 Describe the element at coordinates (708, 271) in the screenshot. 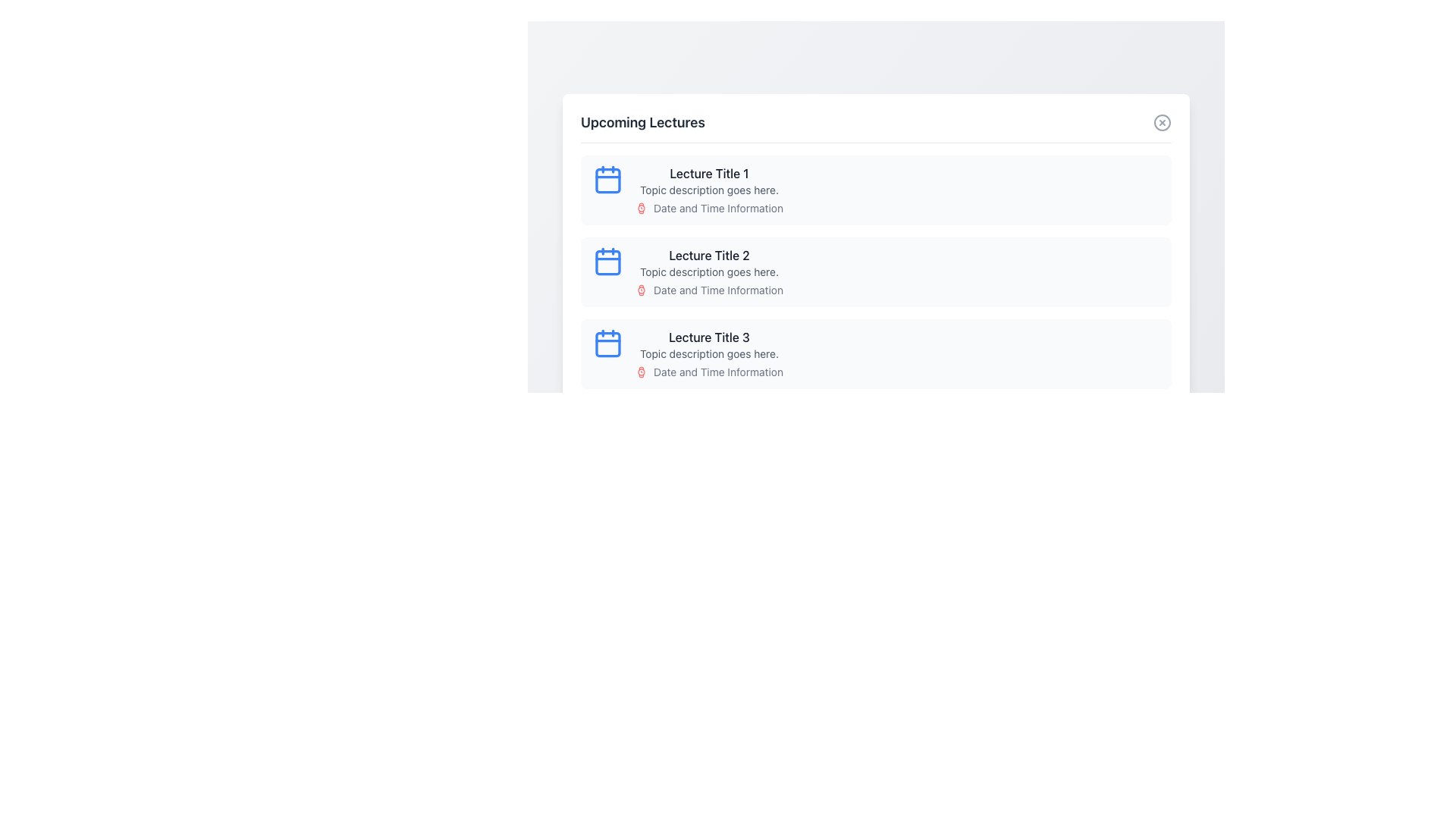

I see `the text label displaying 'Topic description goes here.' located beneath 'Lecture Title 2' in the Upcoming Lectures list` at that location.